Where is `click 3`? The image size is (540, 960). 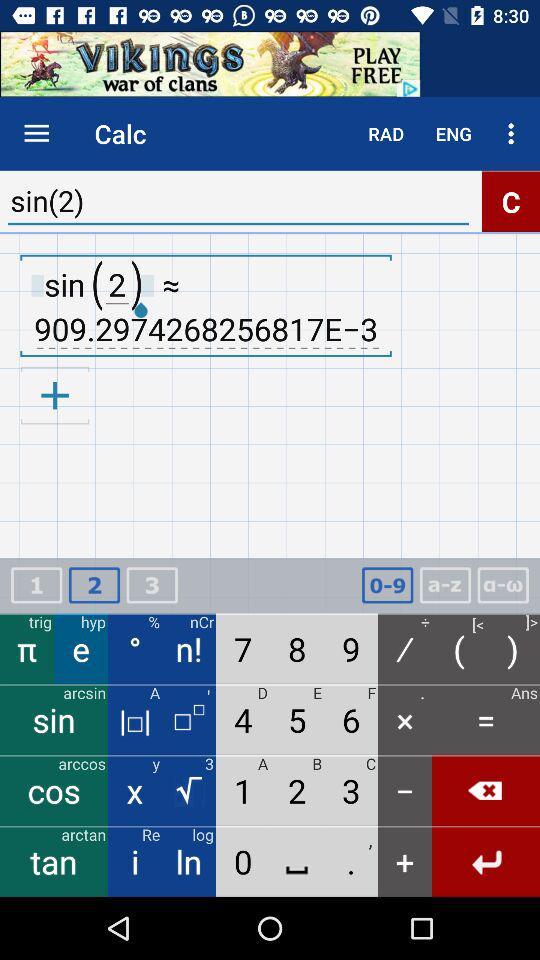 click 3 is located at coordinates (151, 585).